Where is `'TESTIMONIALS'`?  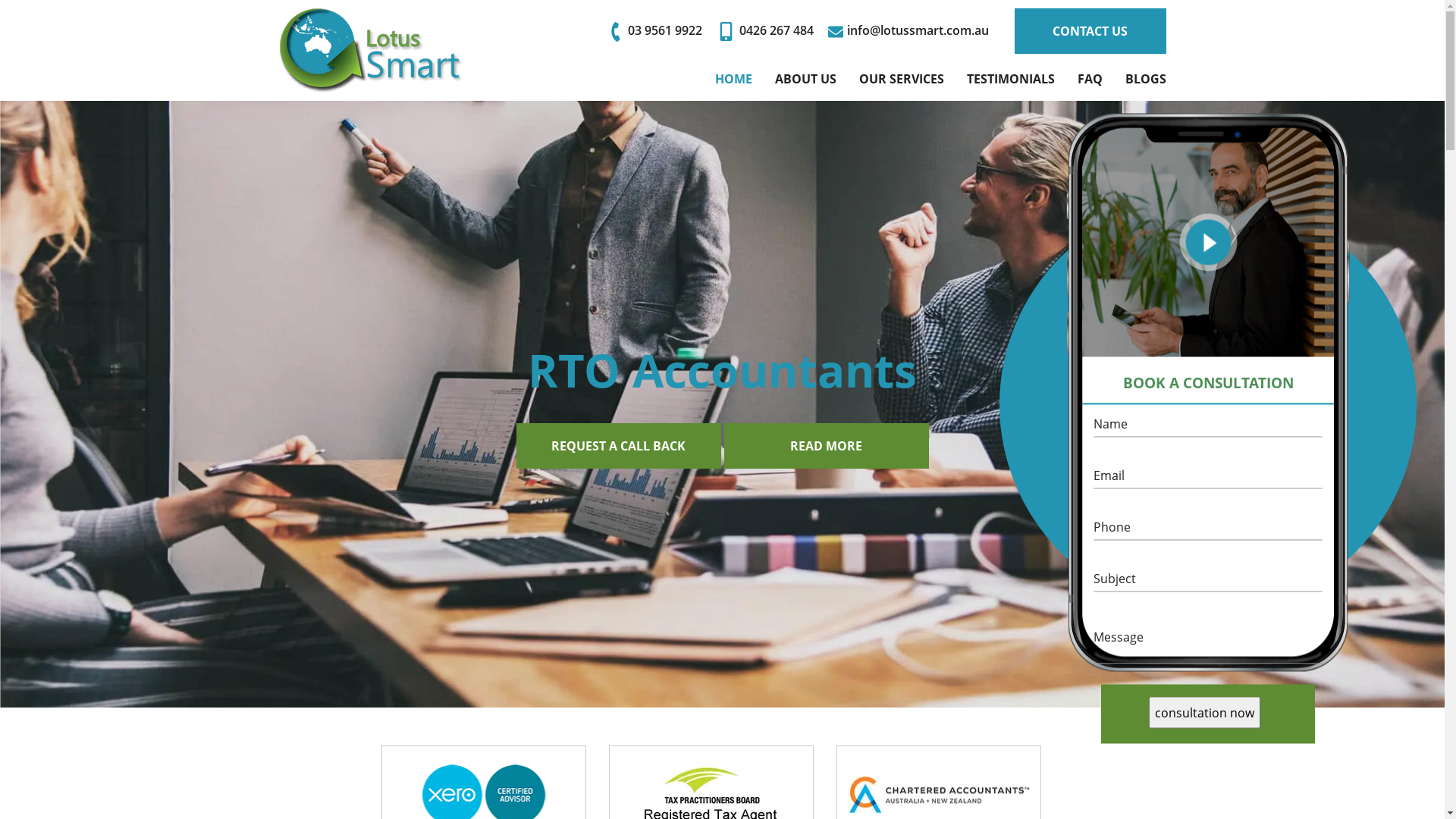
'TESTIMONIALS' is located at coordinates (1010, 79).